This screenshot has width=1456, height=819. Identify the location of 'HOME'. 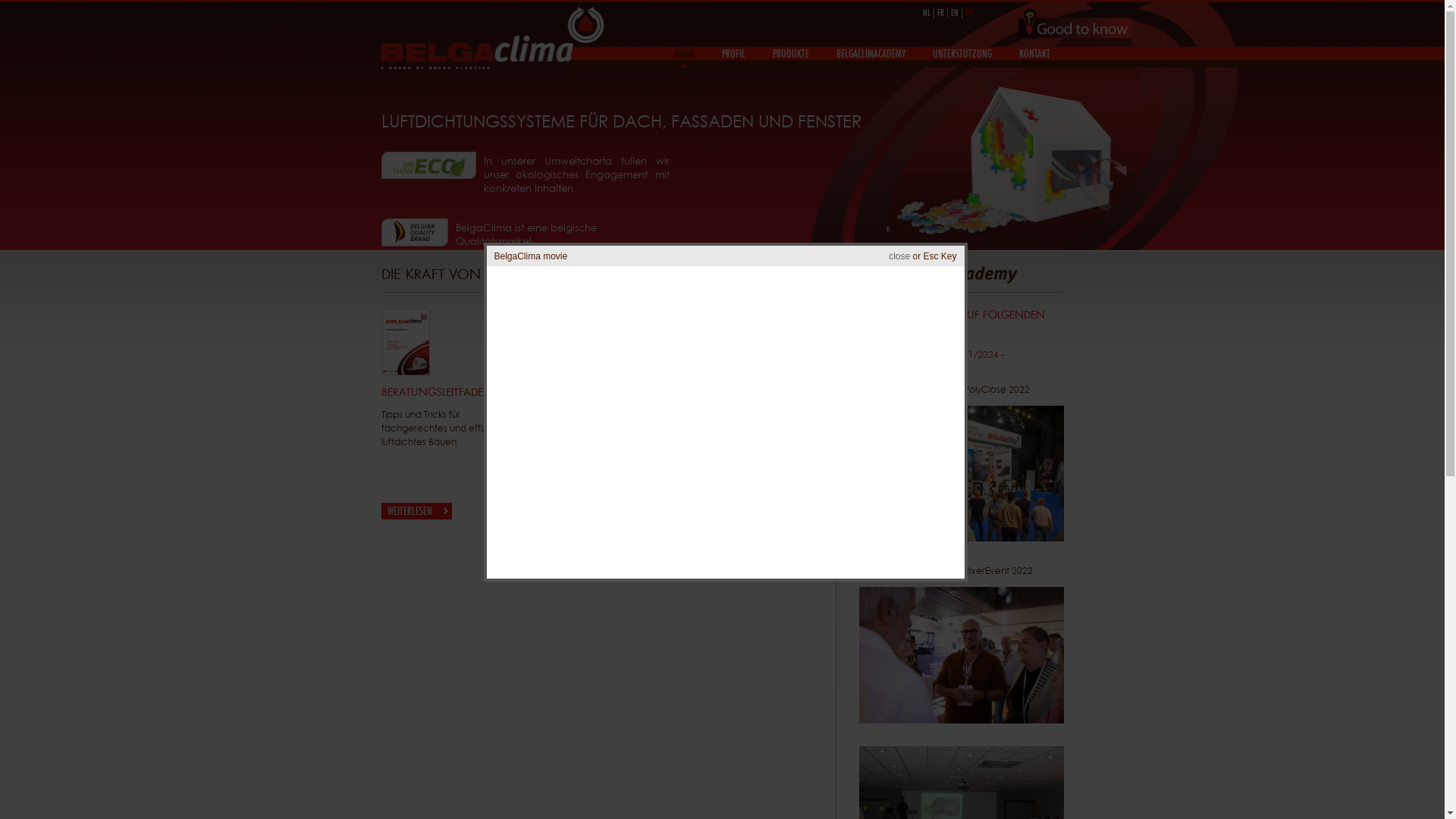
(682, 52).